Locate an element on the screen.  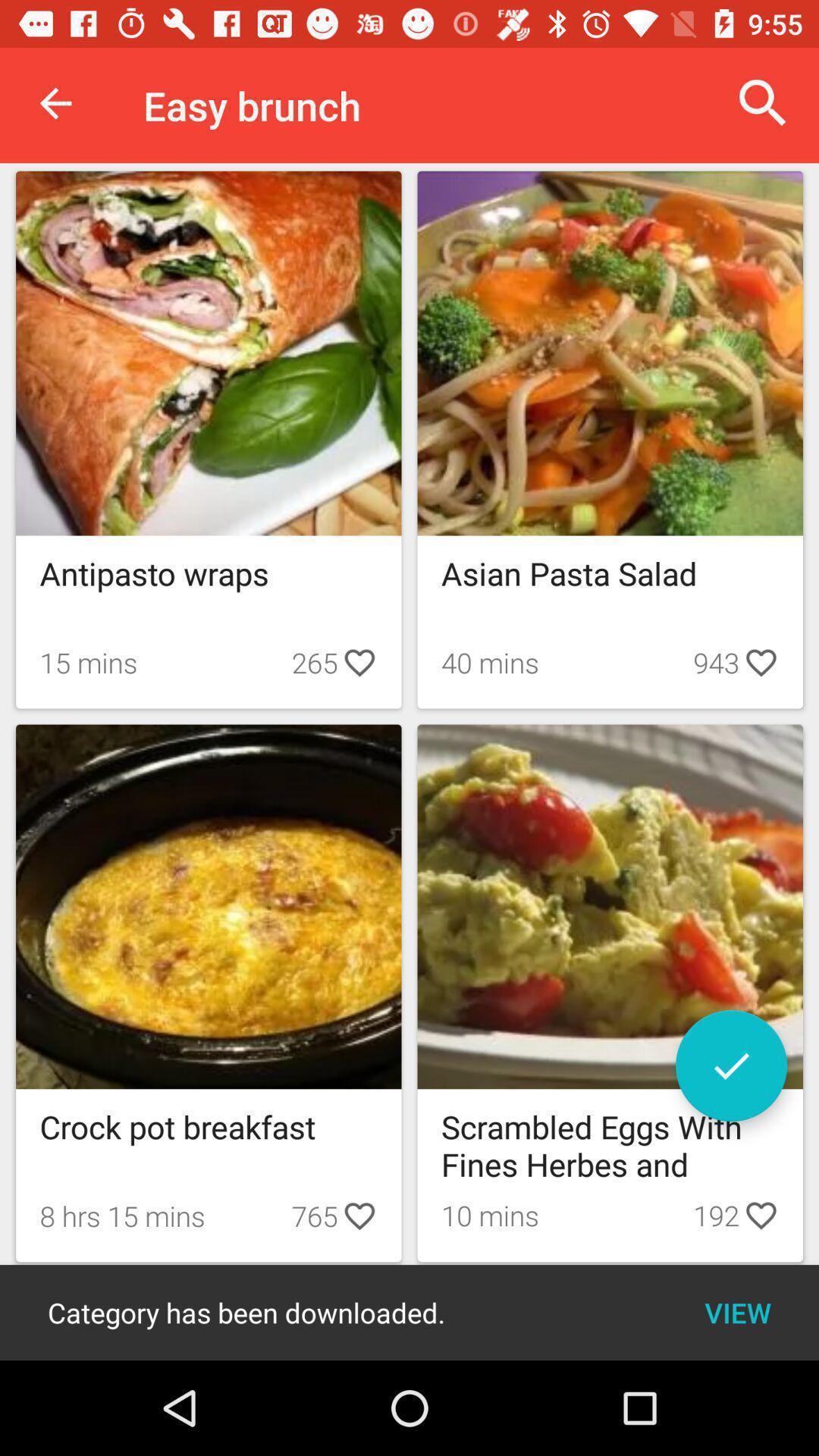
done is located at coordinates (730, 1065).